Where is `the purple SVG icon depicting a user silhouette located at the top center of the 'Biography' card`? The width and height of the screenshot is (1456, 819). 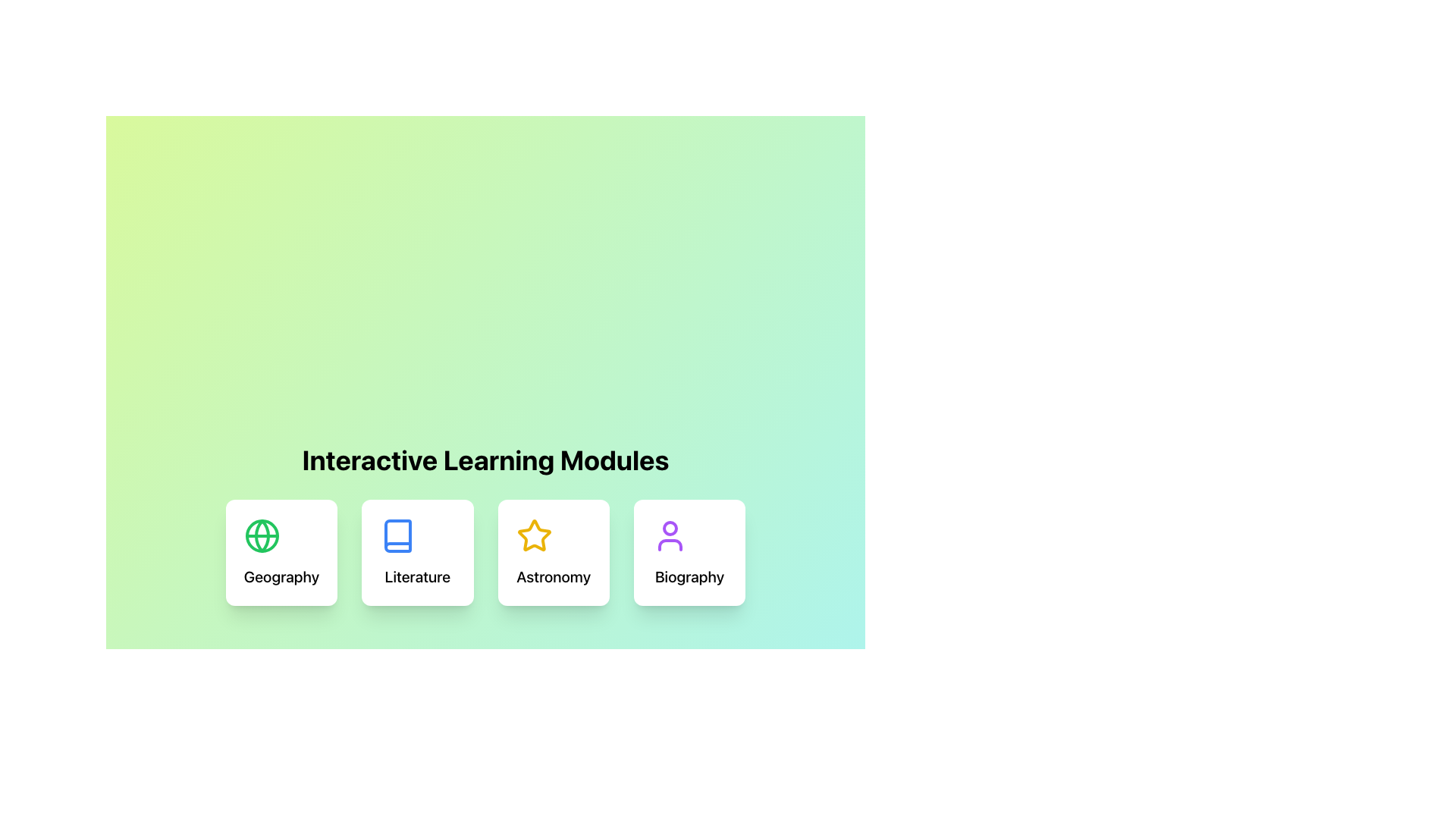
the purple SVG icon depicting a user silhouette located at the top center of the 'Biography' card is located at coordinates (669, 535).